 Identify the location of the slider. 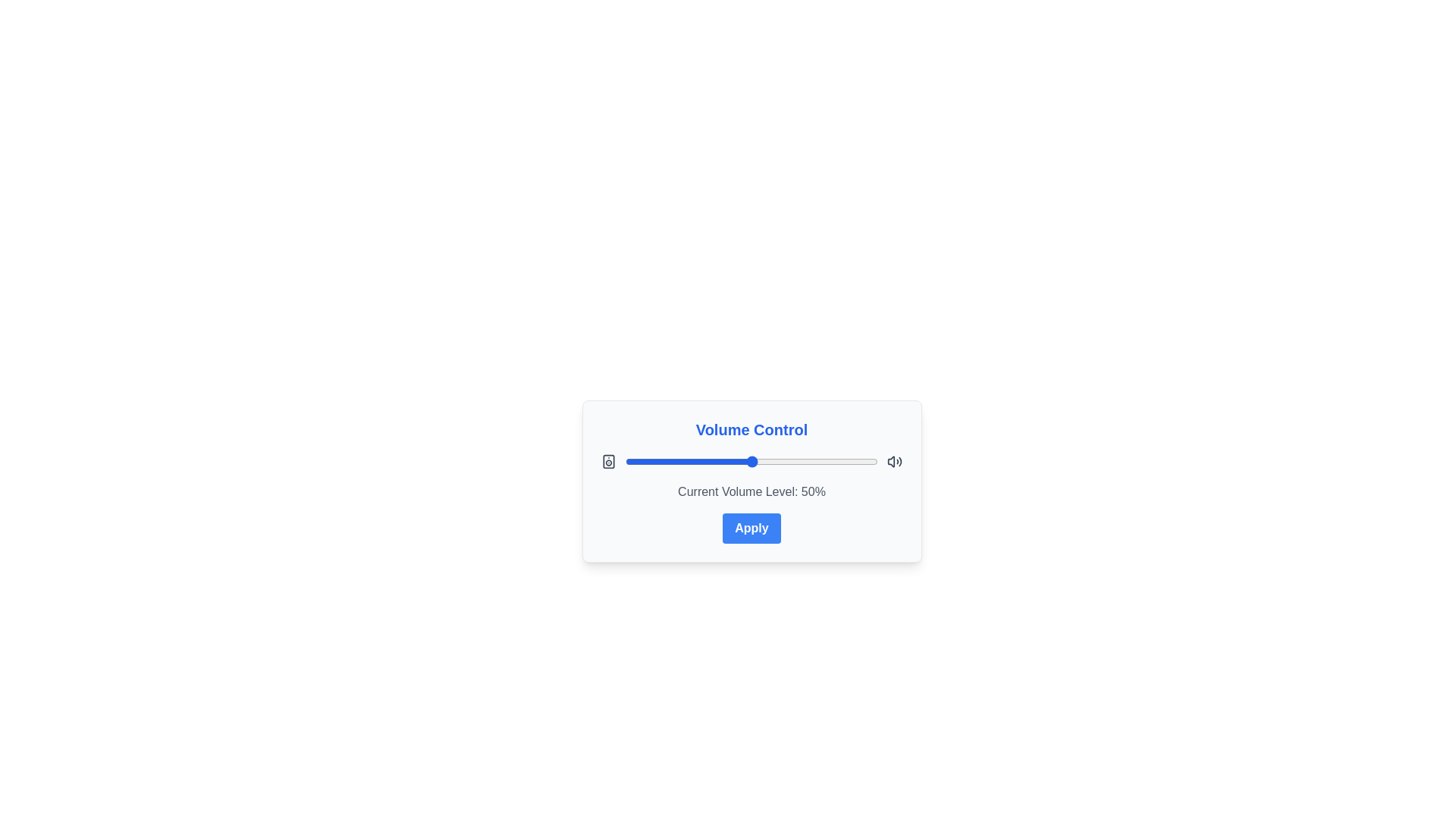
(661, 461).